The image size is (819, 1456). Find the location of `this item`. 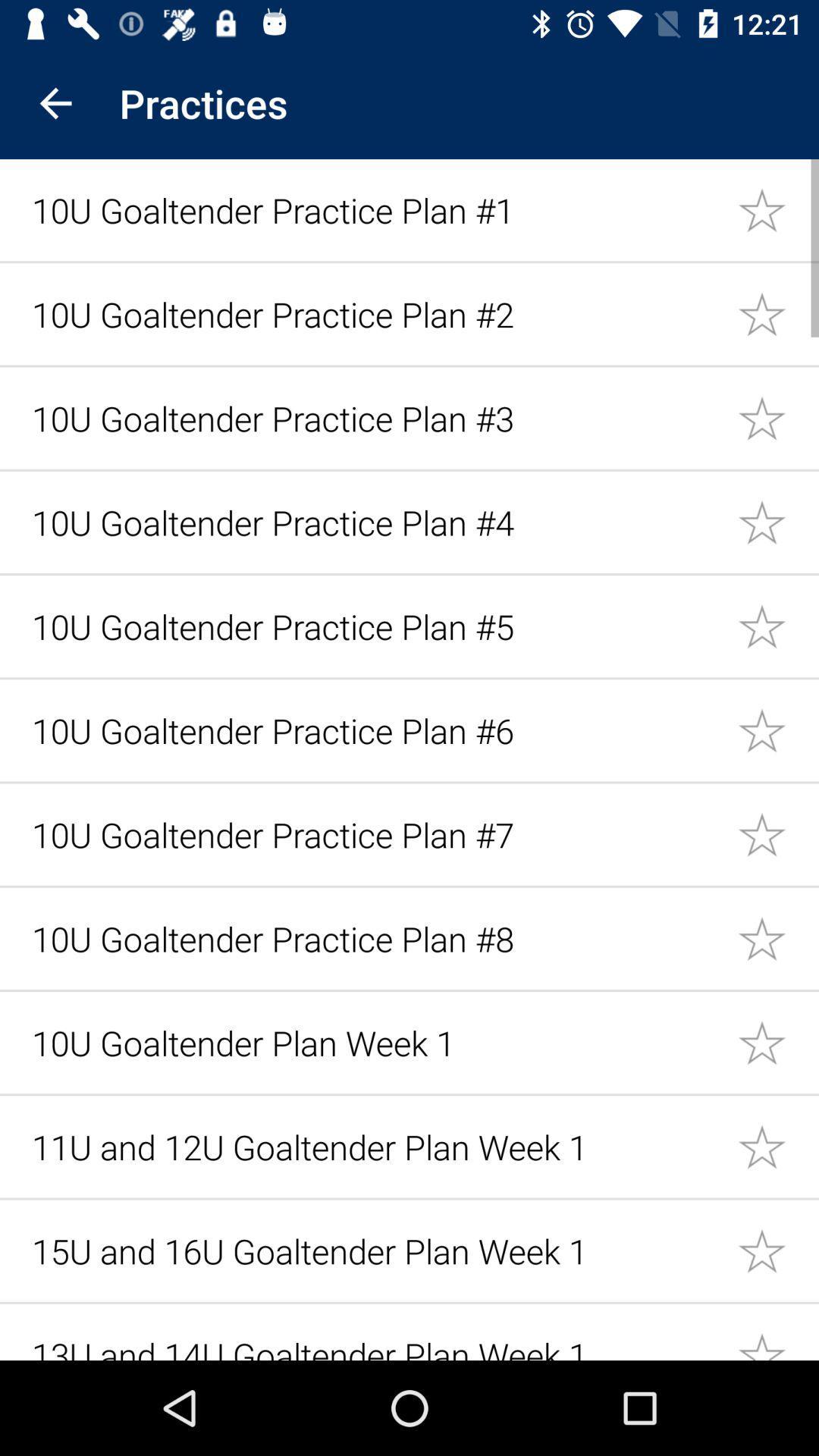

this item is located at coordinates (778, 1041).